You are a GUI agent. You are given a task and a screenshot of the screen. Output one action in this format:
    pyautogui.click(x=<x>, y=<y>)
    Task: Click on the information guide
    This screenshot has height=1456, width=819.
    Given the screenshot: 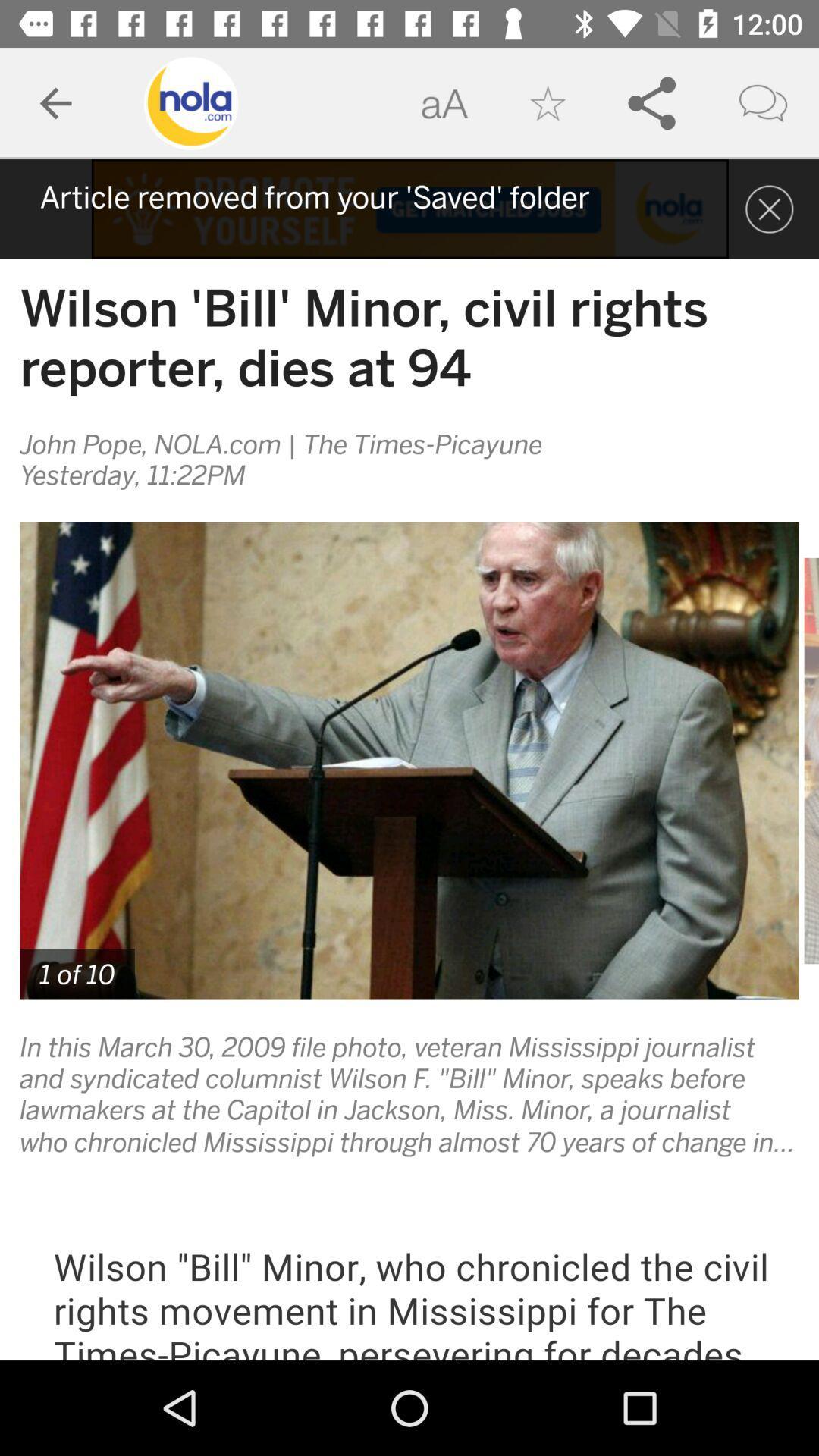 What is the action you would take?
    pyautogui.click(x=409, y=208)
    